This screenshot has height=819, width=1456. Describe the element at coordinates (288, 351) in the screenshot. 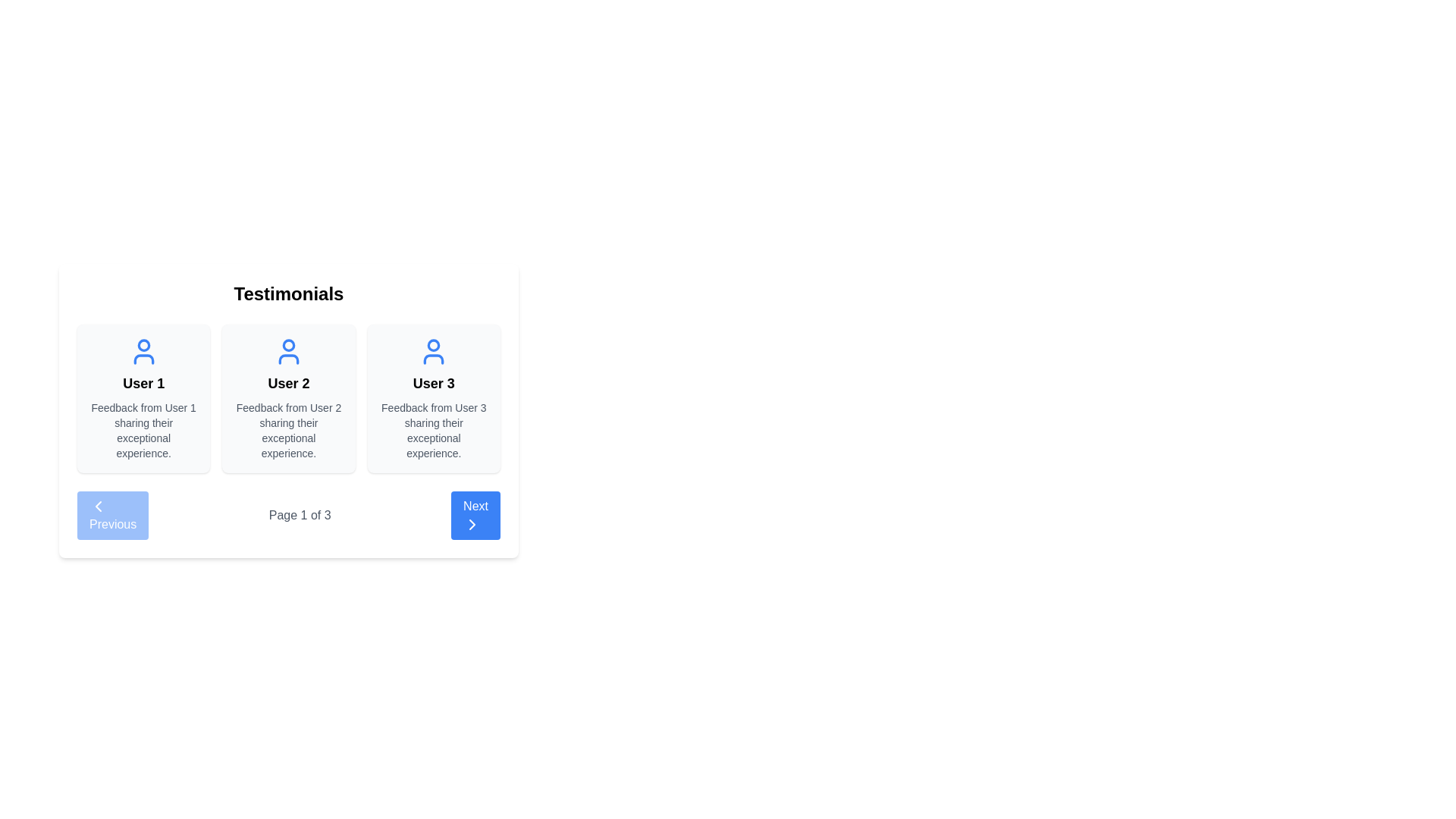

I see `the user avatar icon located in the second card from the left in a row of three user cards` at that location.